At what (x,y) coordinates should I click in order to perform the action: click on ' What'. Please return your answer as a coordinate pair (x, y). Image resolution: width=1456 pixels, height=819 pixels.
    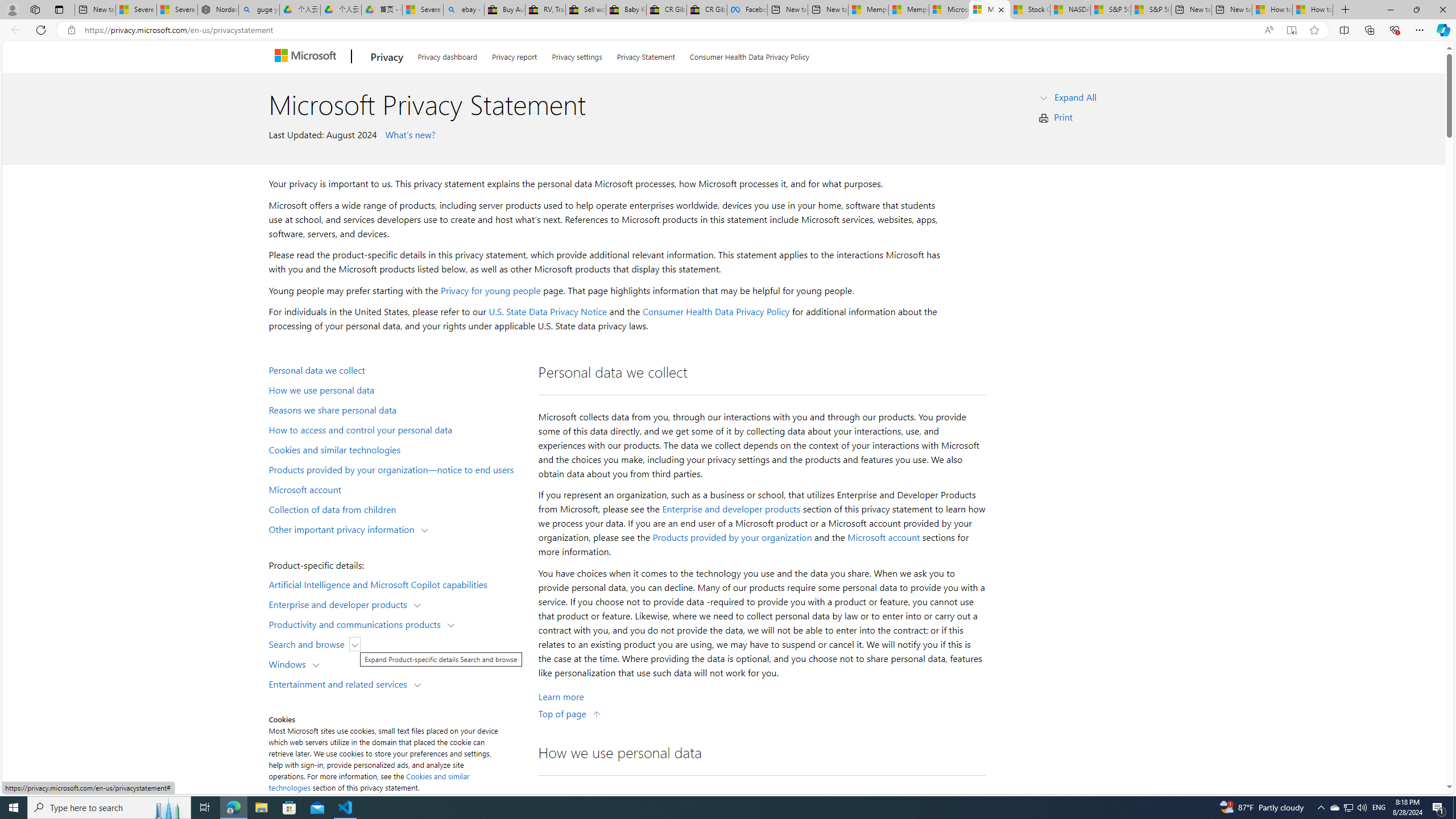
    Looking at the image, I should click on (408, 134).